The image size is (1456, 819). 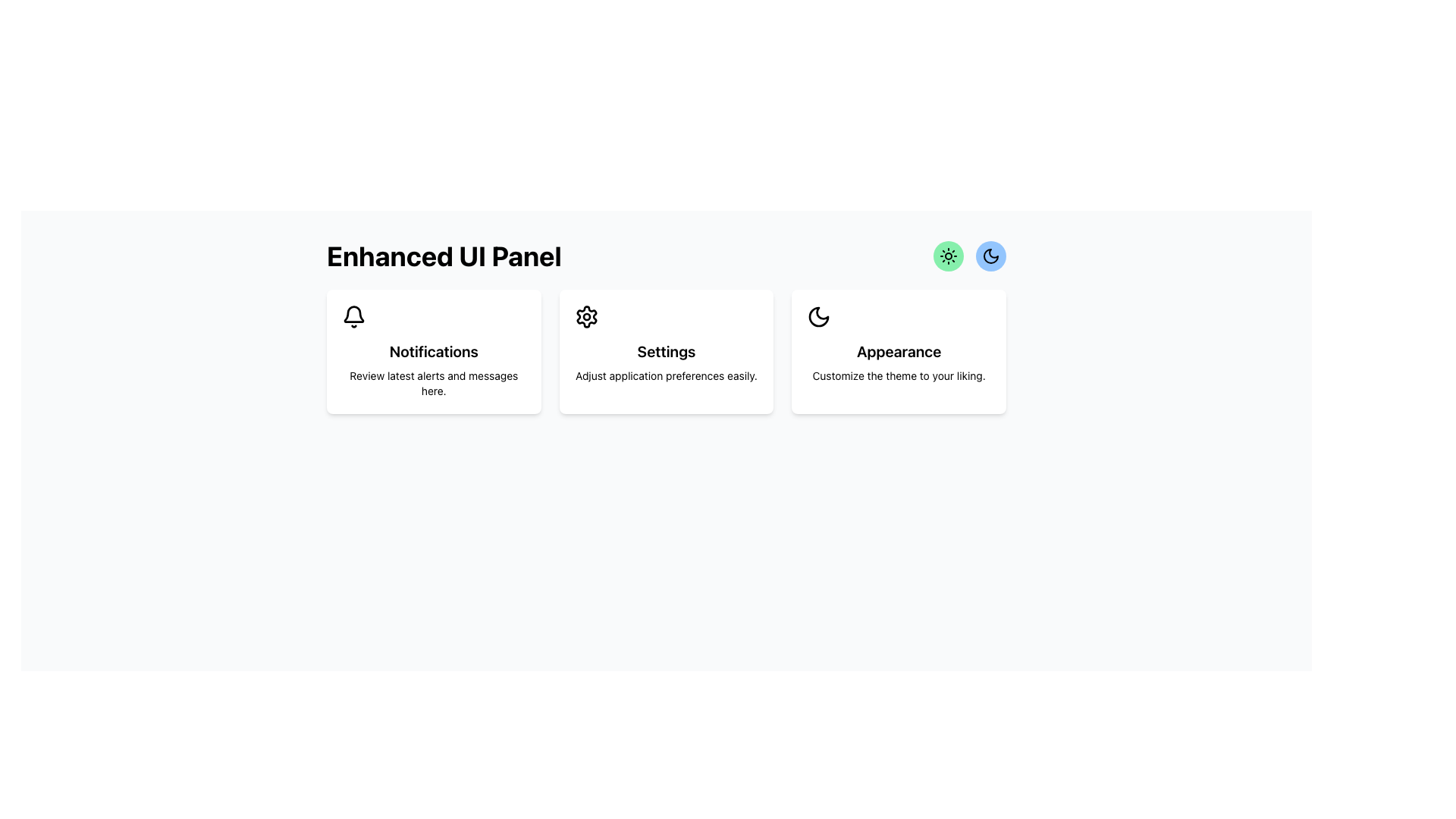 What do you see at coordinates (948, 256) in the screenshot?
I see `the sun-shaped icon embedded within the green circular button` at bounding box center [948, 256].